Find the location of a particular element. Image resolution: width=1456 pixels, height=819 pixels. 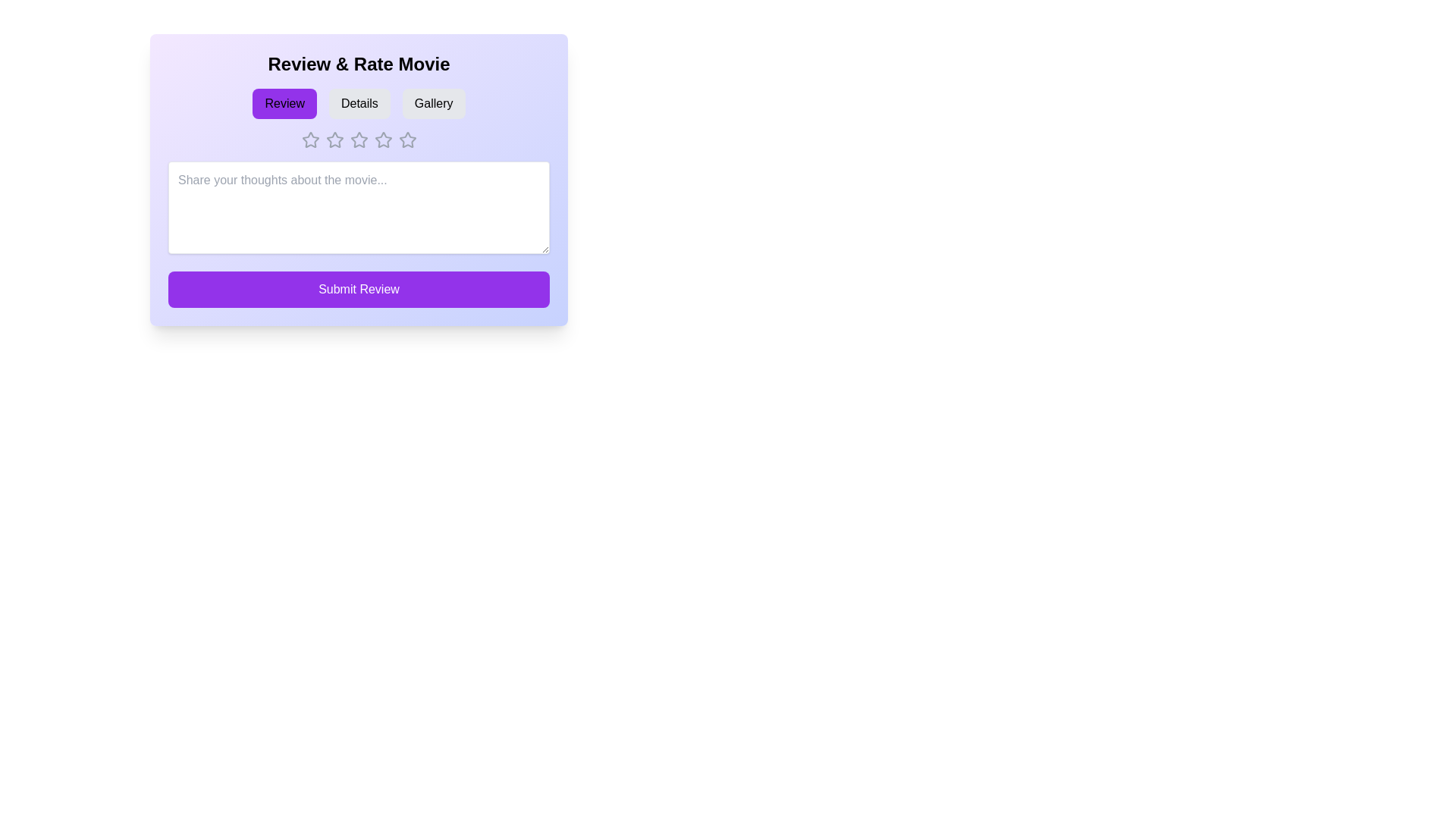

'Submit Review' button to submit the review is located at coordinates (358, 289).